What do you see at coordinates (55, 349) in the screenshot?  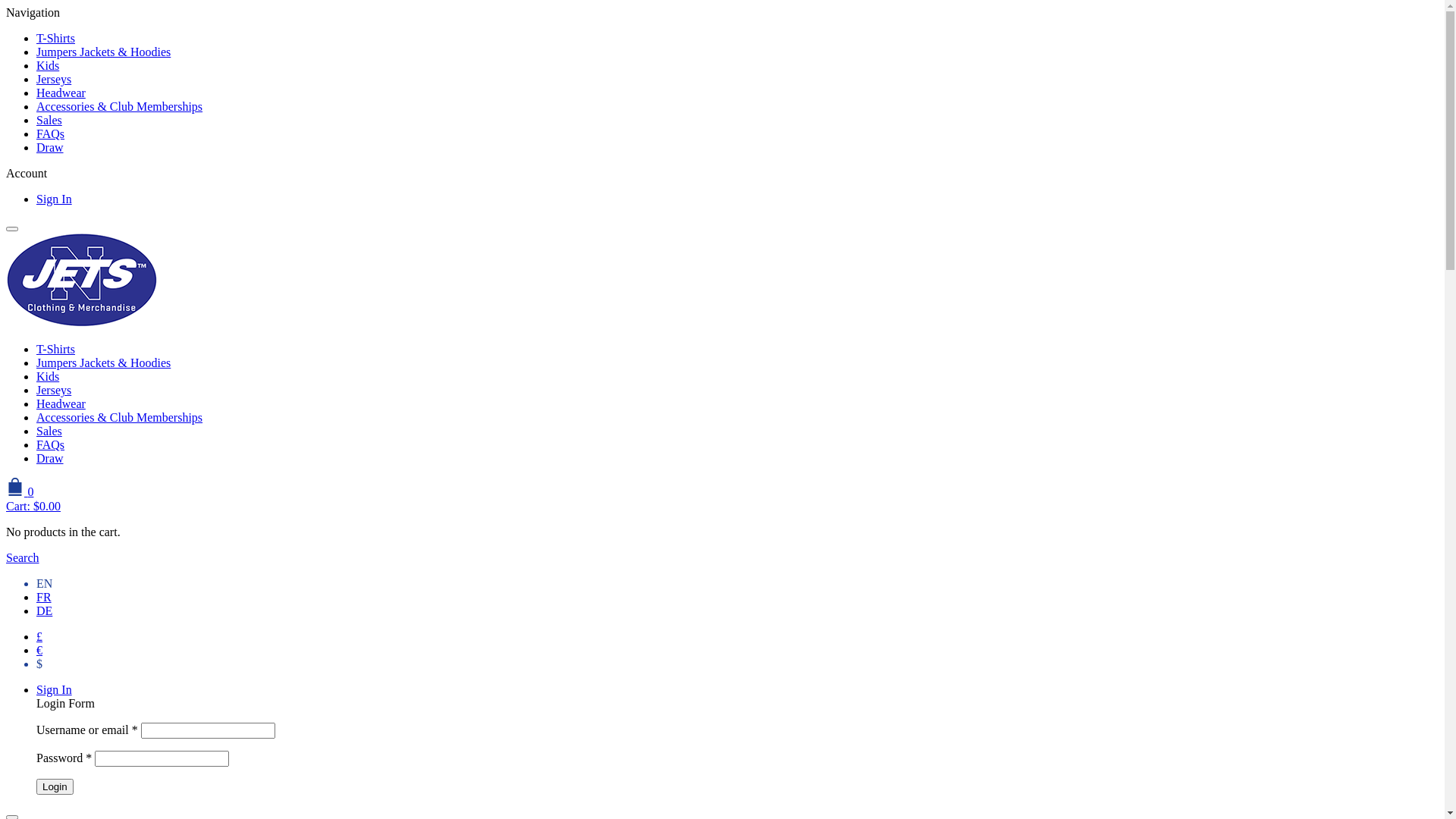 I see `'T-Shirts'` at bounding box center [55, 349].